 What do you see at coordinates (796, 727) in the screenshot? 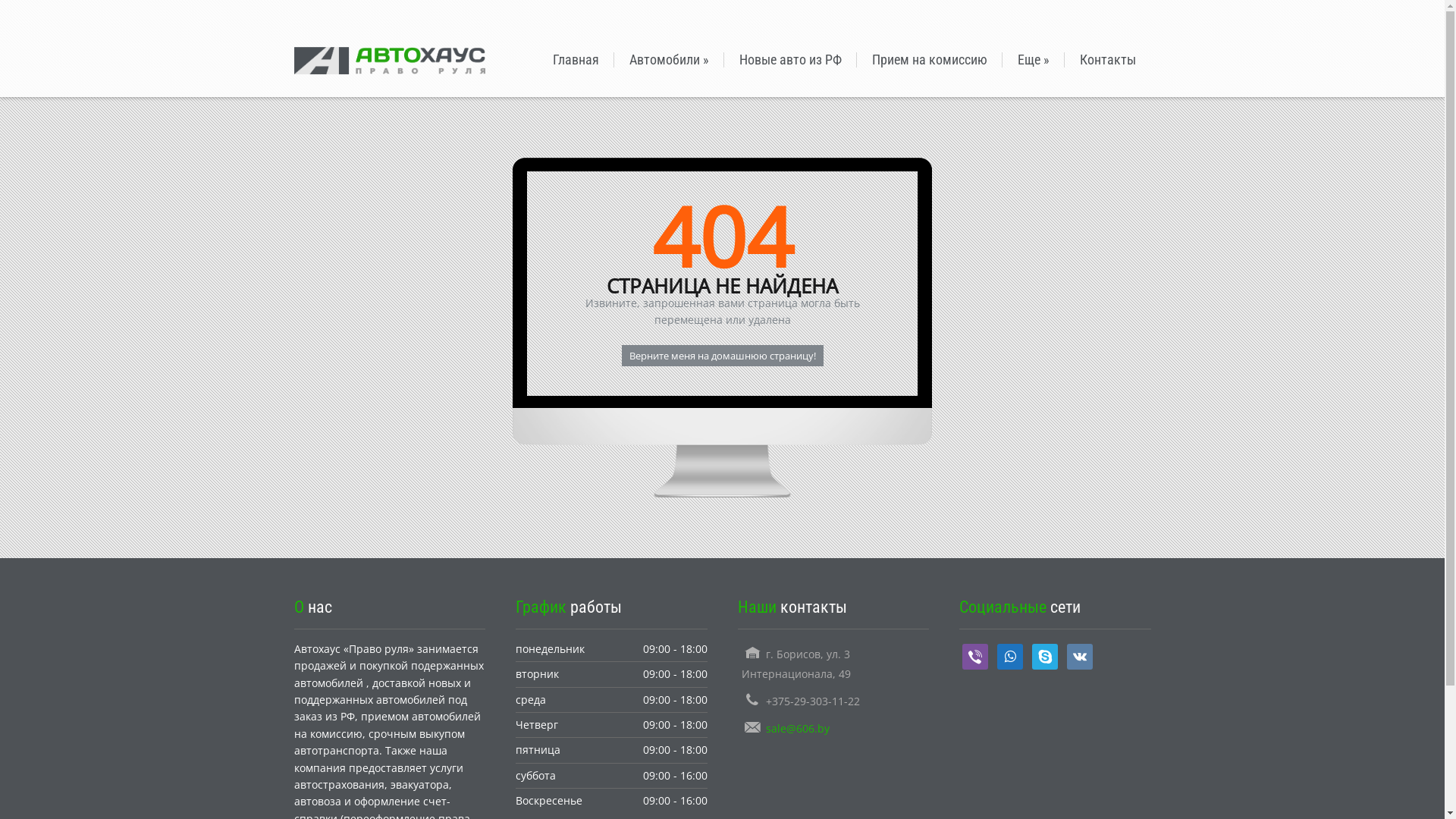
I see `'sale@606.by'` at bounding box center [796, 727].